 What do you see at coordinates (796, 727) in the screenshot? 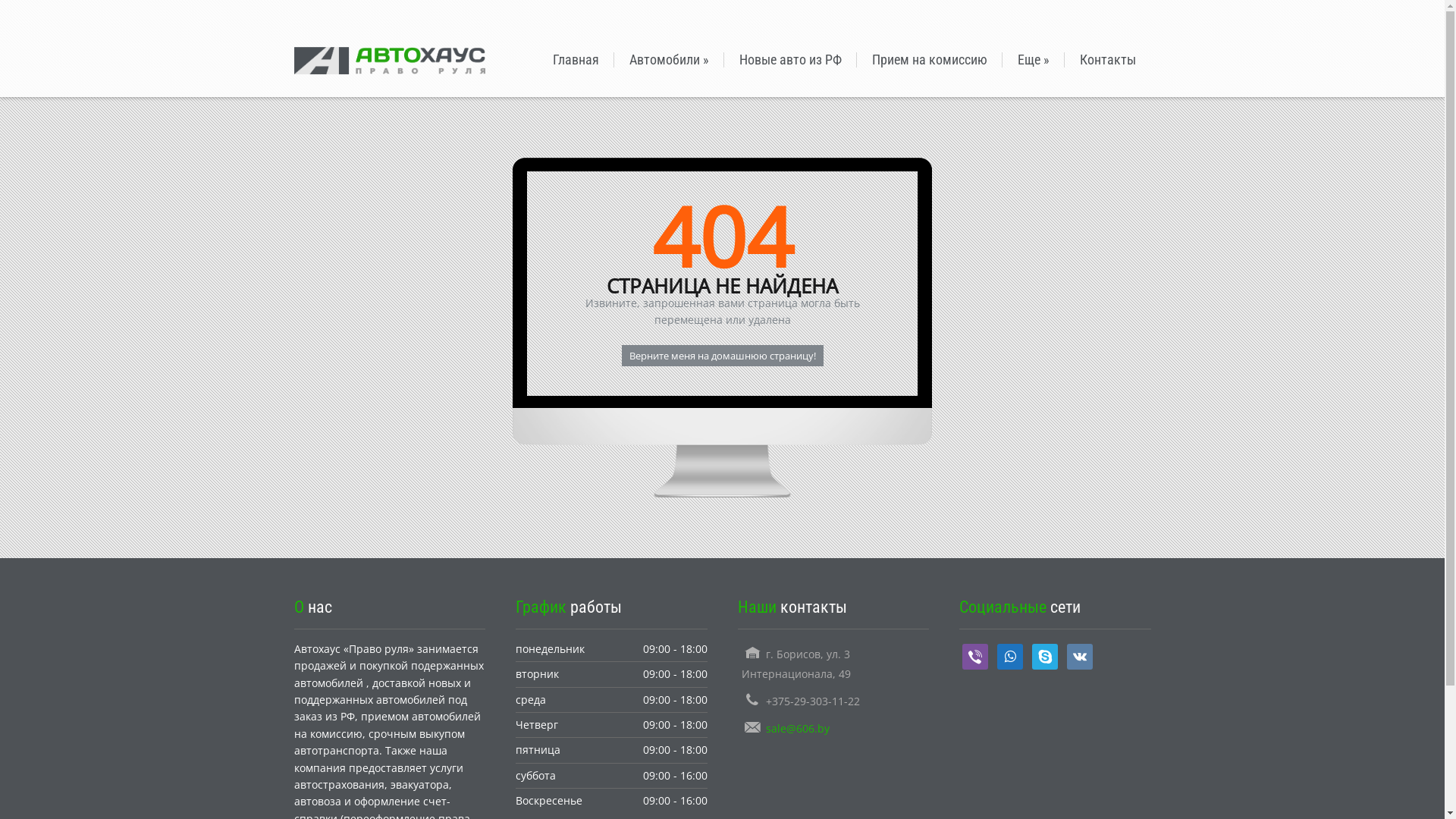
I see `'sale@606.by'` at bounding box center [796, 727].